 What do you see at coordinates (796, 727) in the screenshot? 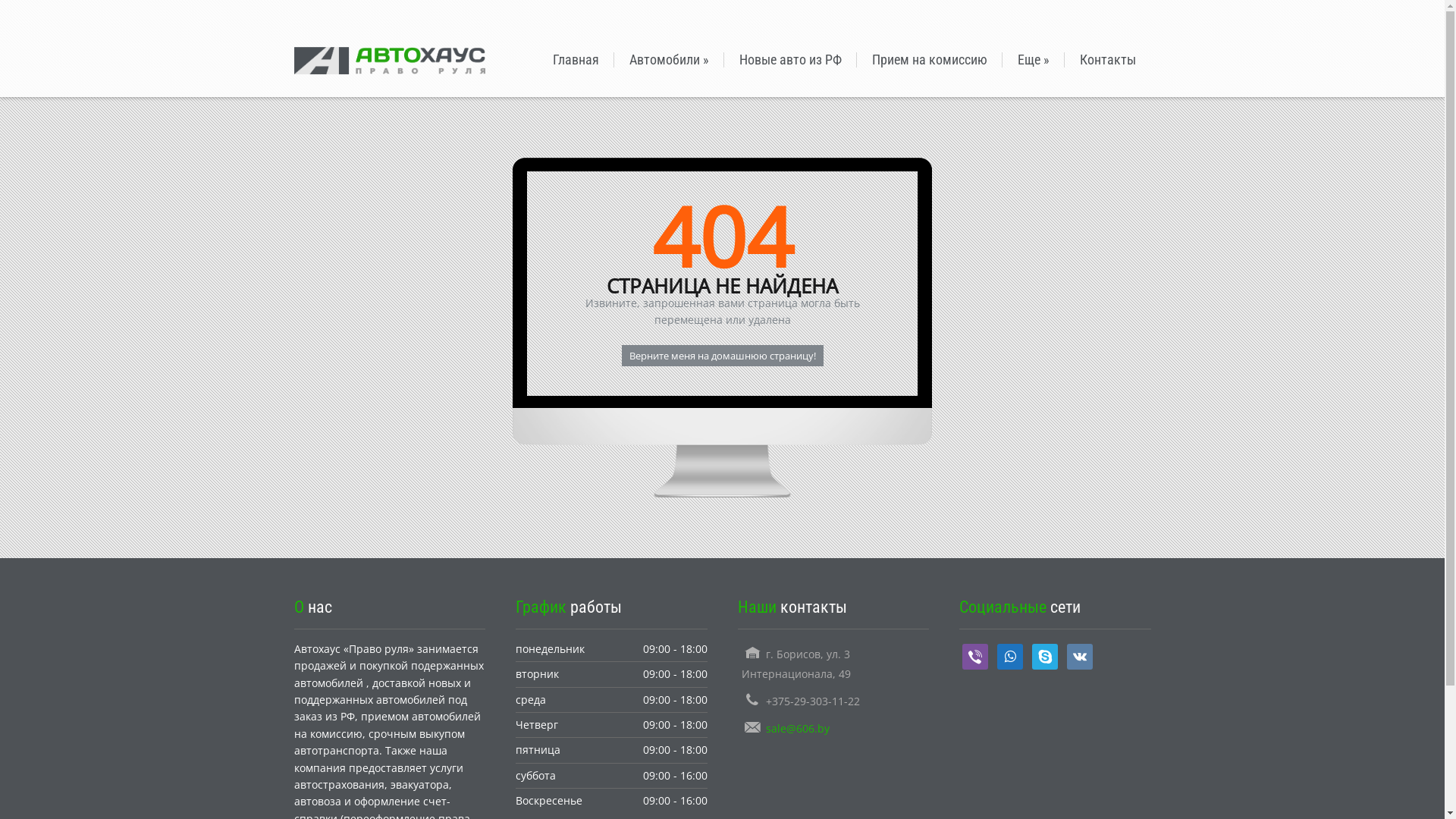
I see `'sale@606.by'` at bounding box center [796, 727].